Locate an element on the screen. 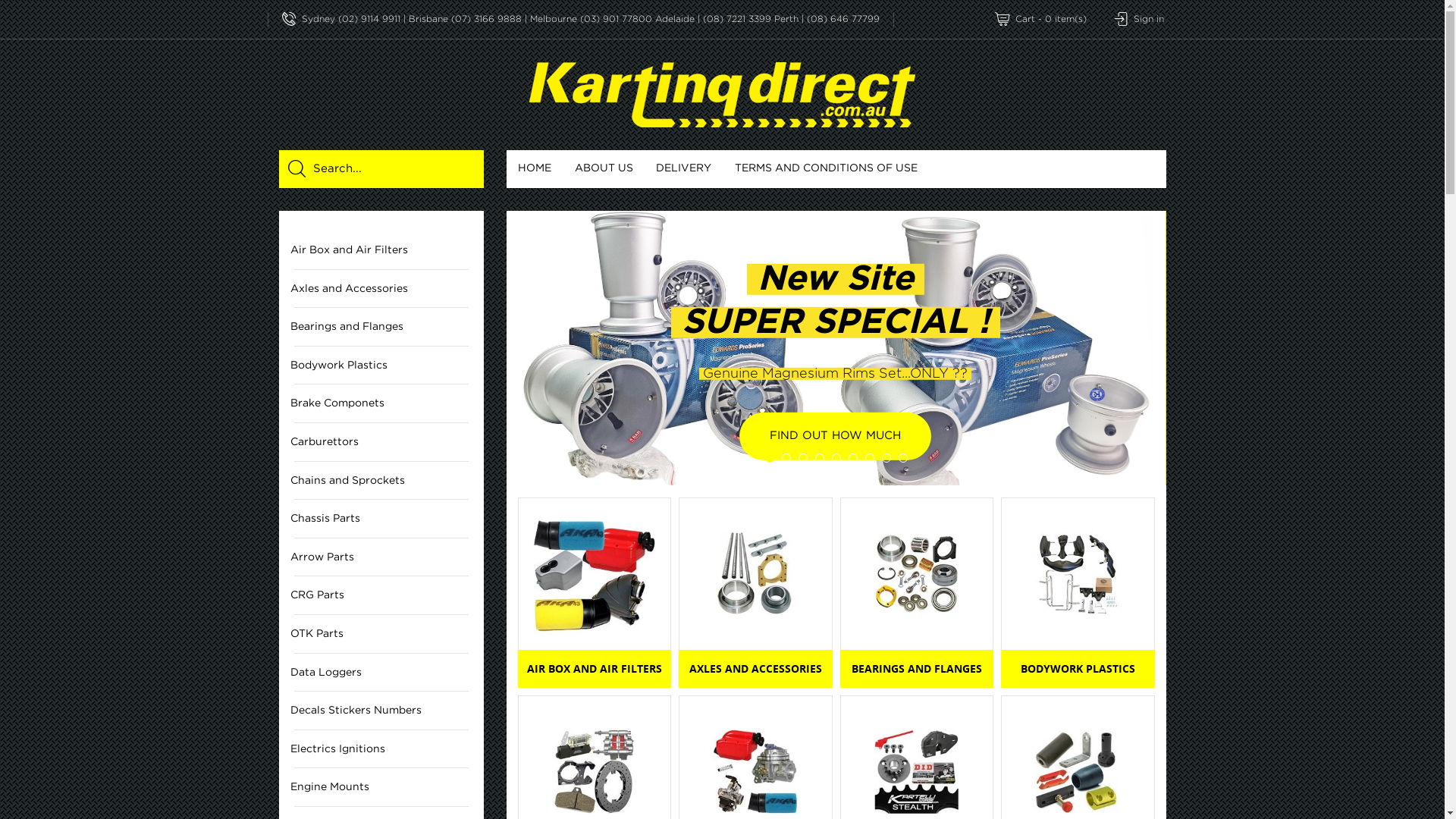 The height and width of the screenshot is (819, 1456). 'Electrics Ignitions' is located at coordinates (381, 748).